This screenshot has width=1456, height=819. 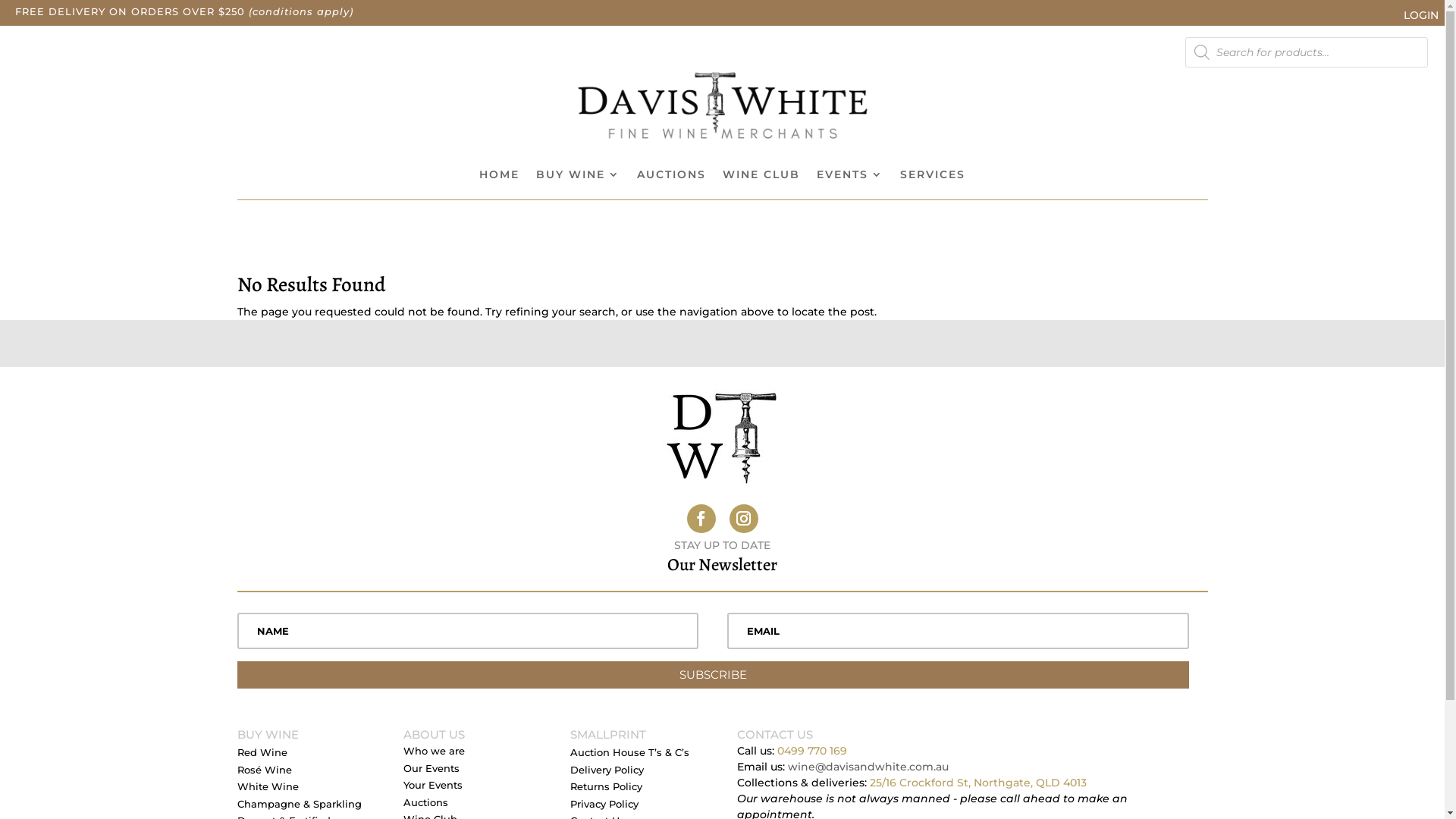 What do you see at coordinates (431, 771) in the screenshot?
I see `'Our Events'` at bounding box center [431, 771].